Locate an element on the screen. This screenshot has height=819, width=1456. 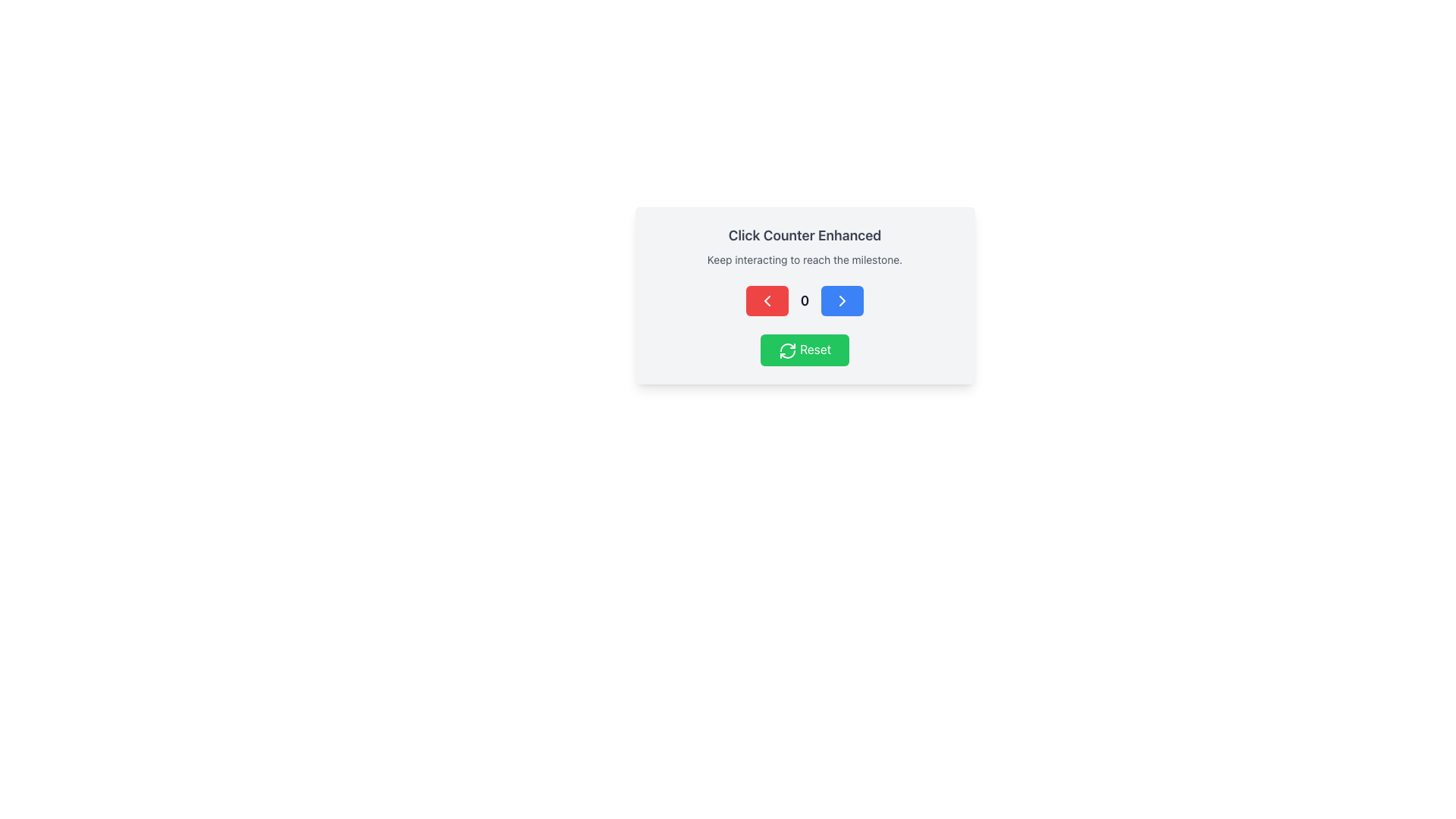
the instructional Text Label located below the heading 'Click Counter Enhanced', which provides guidance about ongoing progress is located at coordinates (804, 259).